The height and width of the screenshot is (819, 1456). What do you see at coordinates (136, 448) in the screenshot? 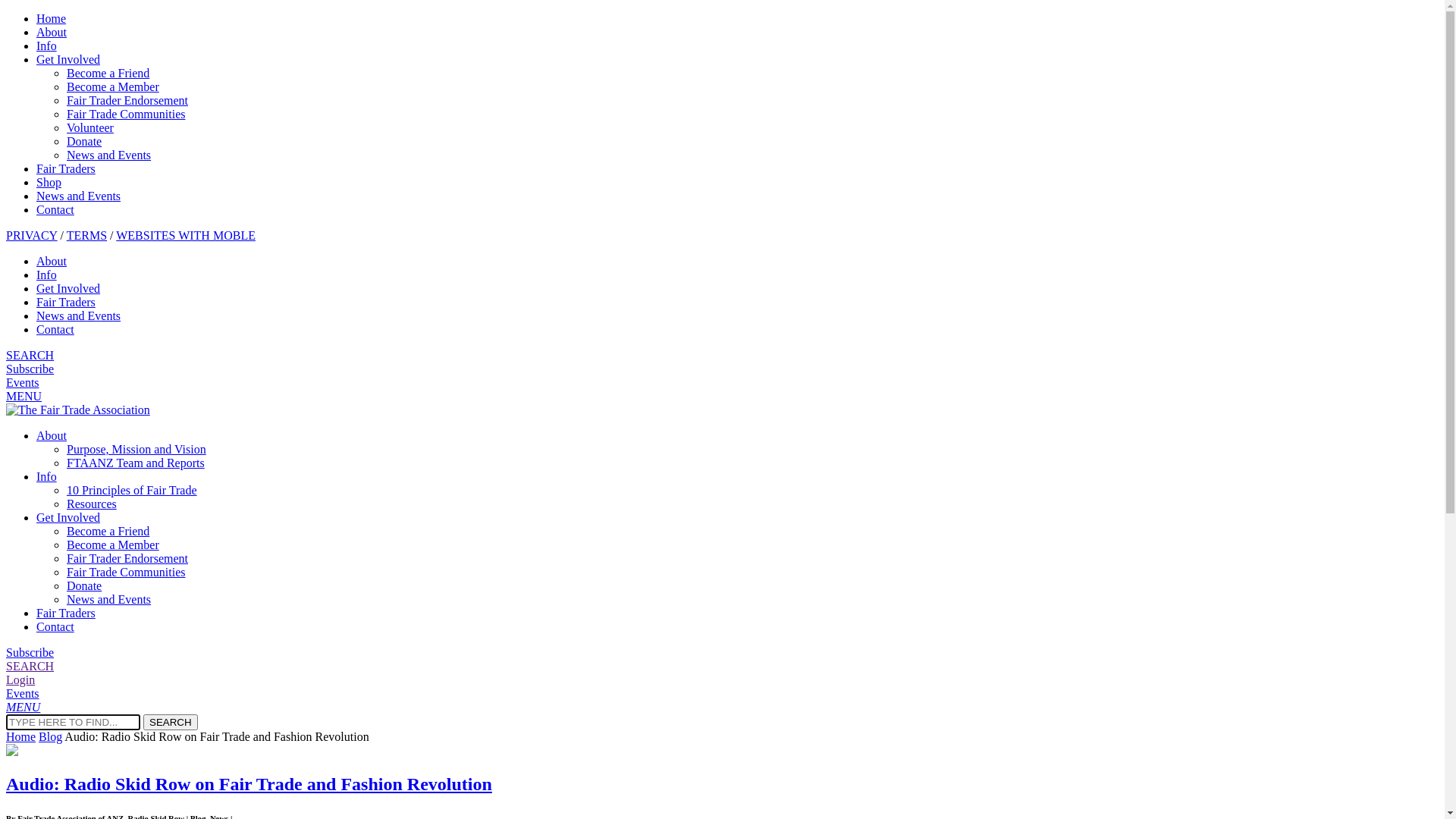
I see `'Purpose, Mission and Vision'` at bounding box center [136, 448].